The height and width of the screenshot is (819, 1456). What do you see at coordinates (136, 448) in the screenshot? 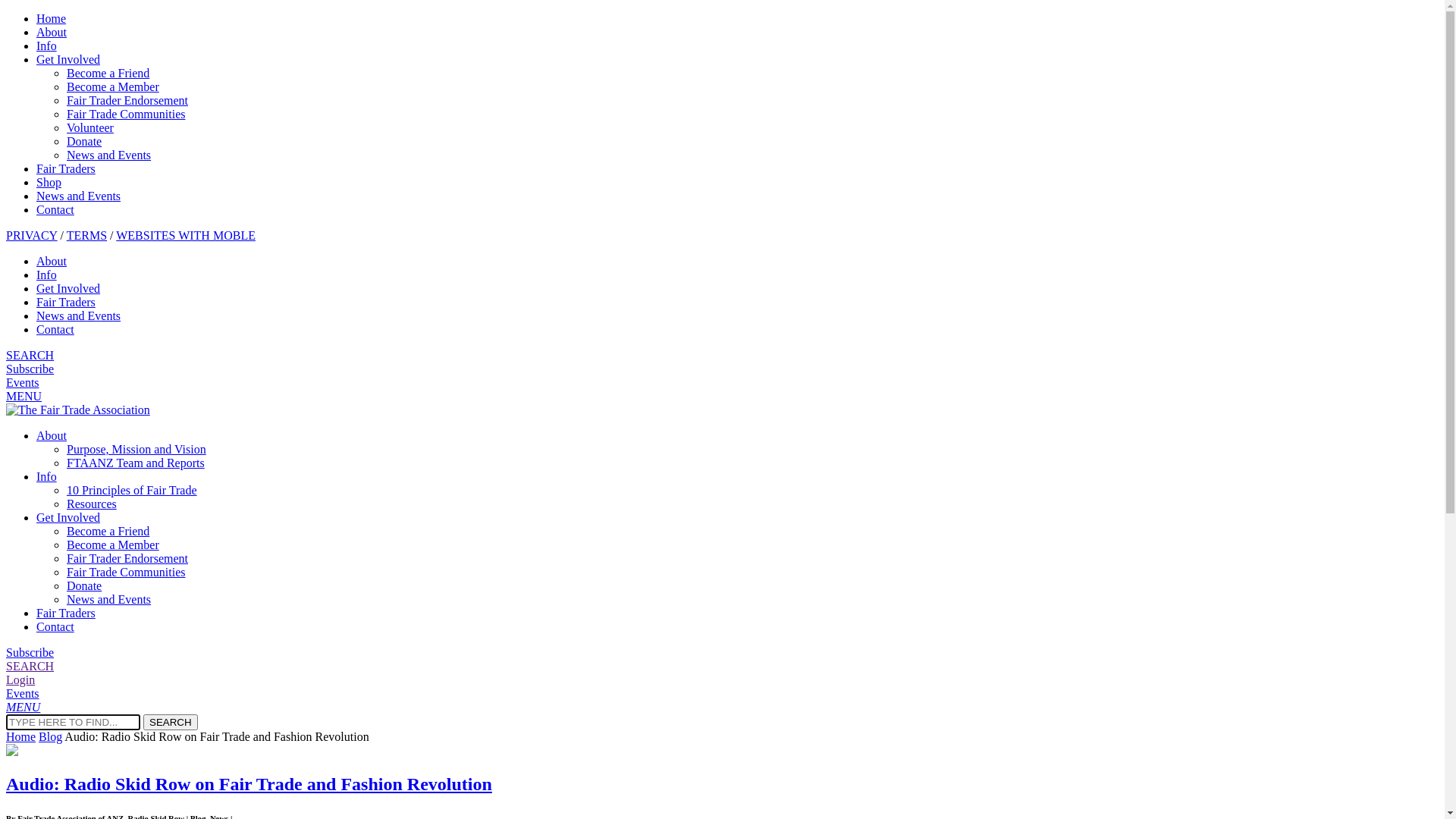
I see `'Purpose, Mission and Vision'` at bounding box center [136, 448].